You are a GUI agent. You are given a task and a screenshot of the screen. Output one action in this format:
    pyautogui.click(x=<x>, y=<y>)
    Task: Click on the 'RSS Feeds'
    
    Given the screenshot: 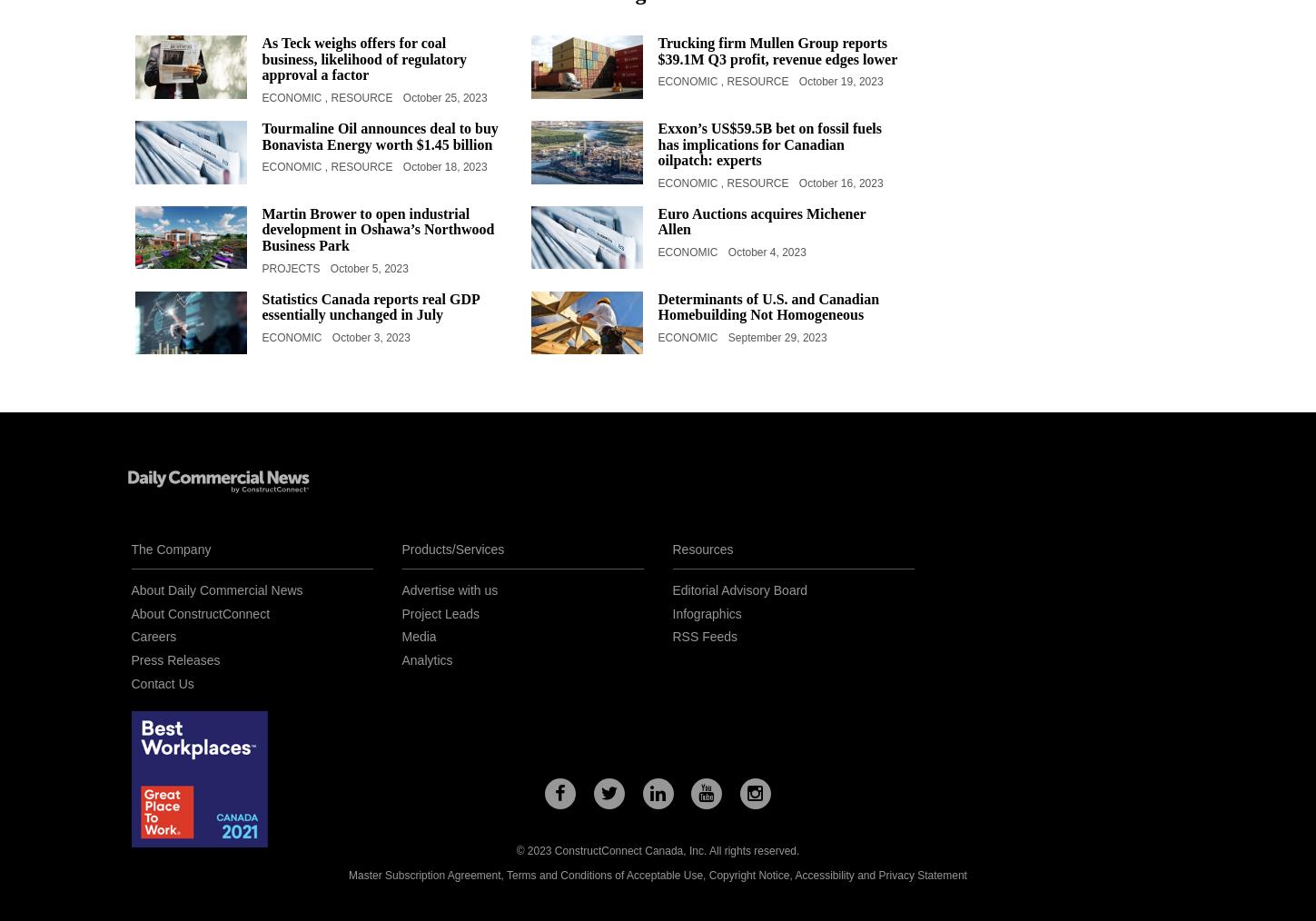 What is the action you would take?
    pyautogui.click(x=703, y=635)
    